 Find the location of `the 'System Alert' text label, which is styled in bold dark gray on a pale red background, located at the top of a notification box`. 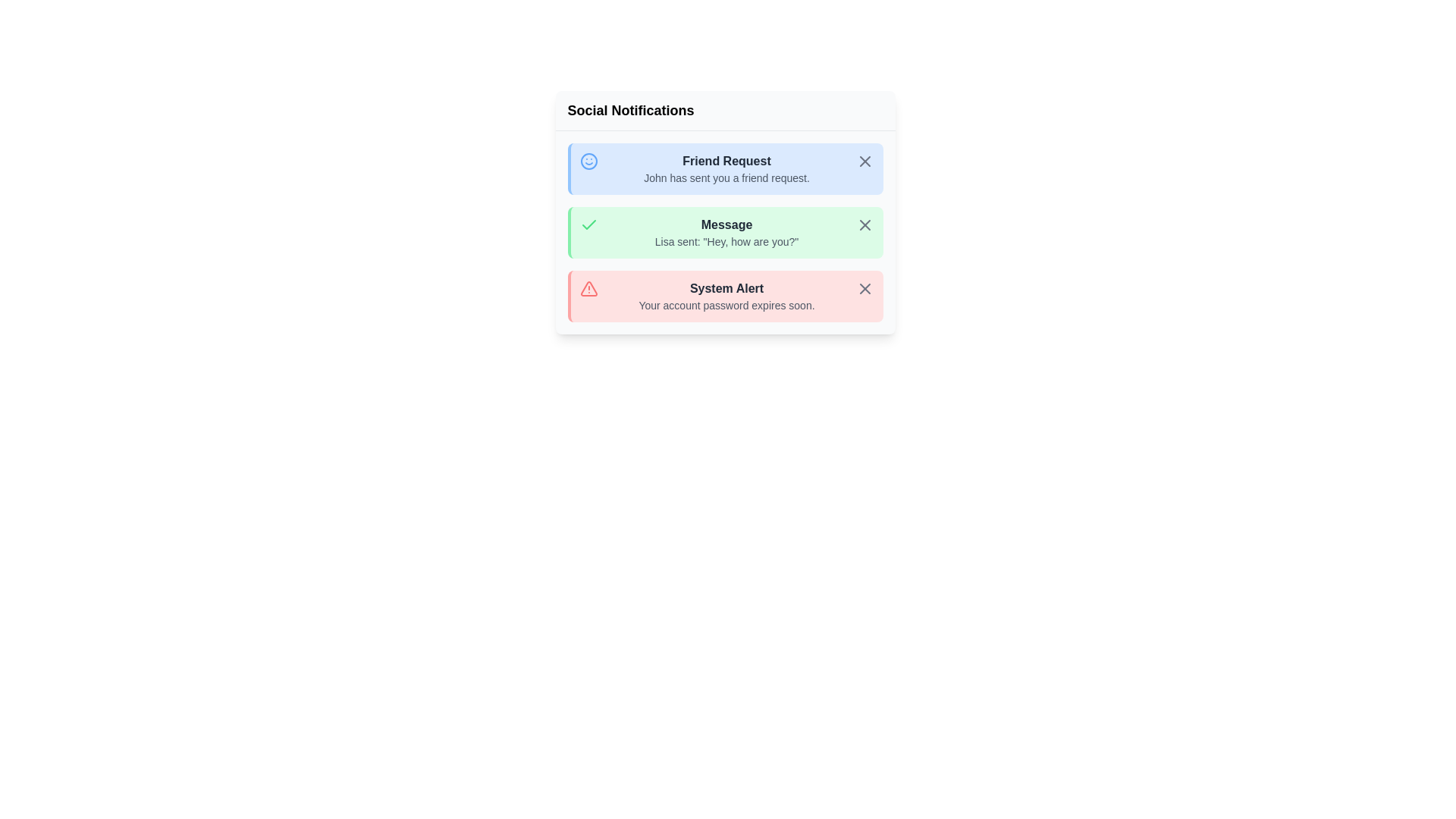

the 'System Alert' text label, which is styled in bold dark gray on a pale red background, located at the top of a notification box is located at coordinates (726, 289).